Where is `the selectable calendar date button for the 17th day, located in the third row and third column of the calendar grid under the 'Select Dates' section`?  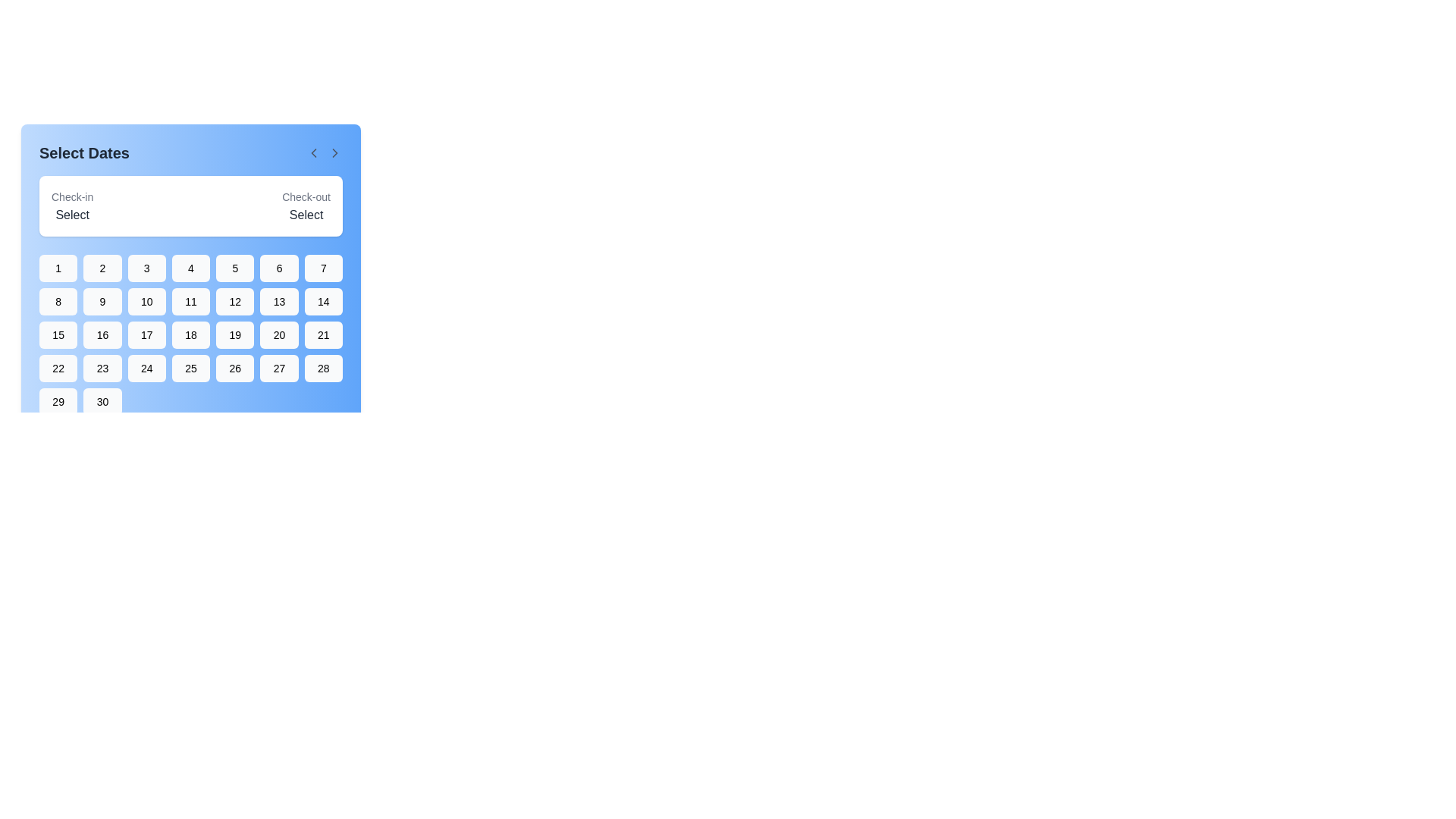 the selectable calendar date button for the 17th day, located in the third row and third column of the calendar grid under the 'Select Dates' section is located at coordinates (146, 334).